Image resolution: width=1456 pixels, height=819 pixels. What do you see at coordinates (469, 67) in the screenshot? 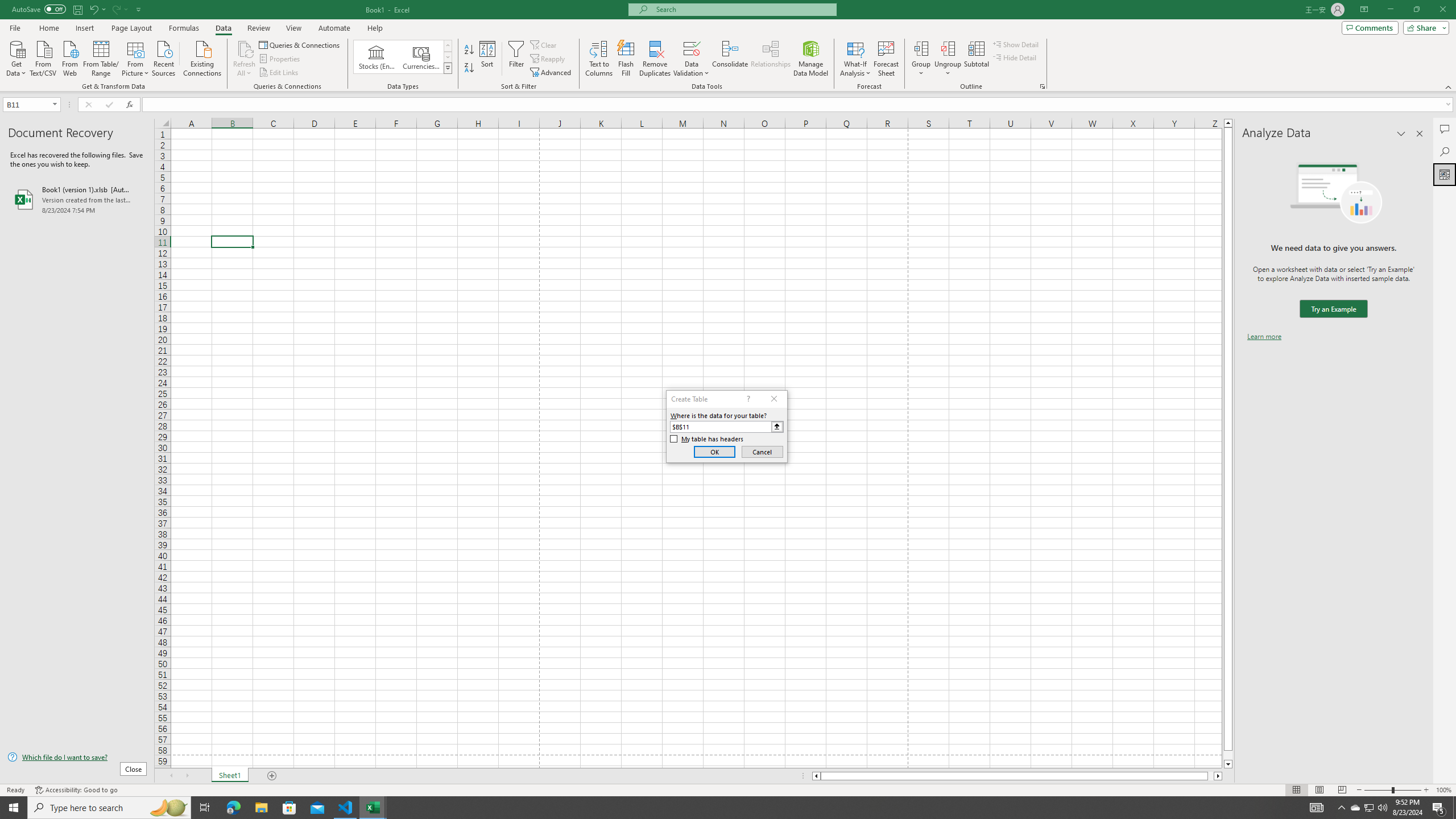
I see `'Sort Z to A'` at bounding box center [469, 67].